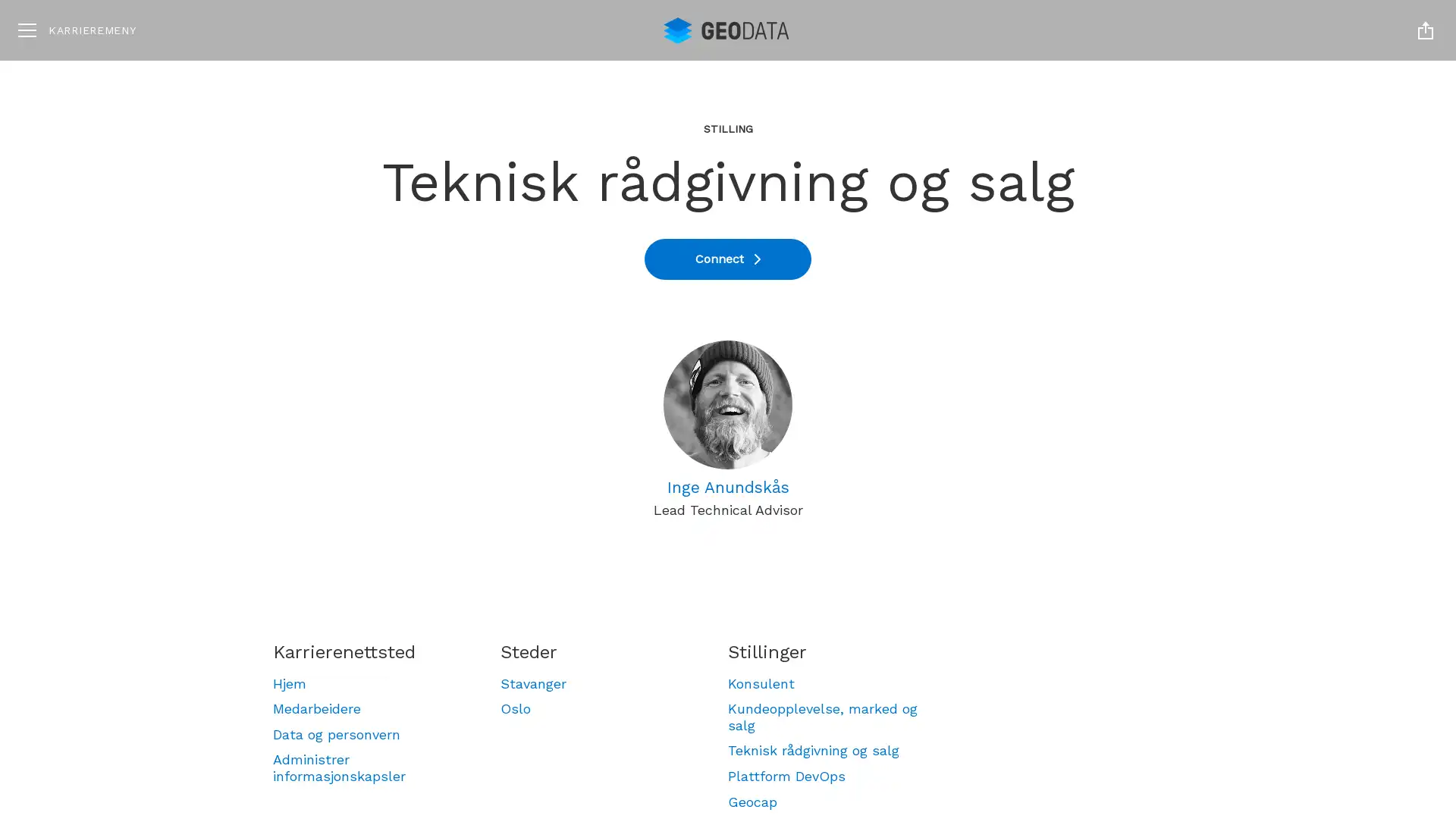  I want to click on Administrer informasjonskapsler, so click(372, 767).